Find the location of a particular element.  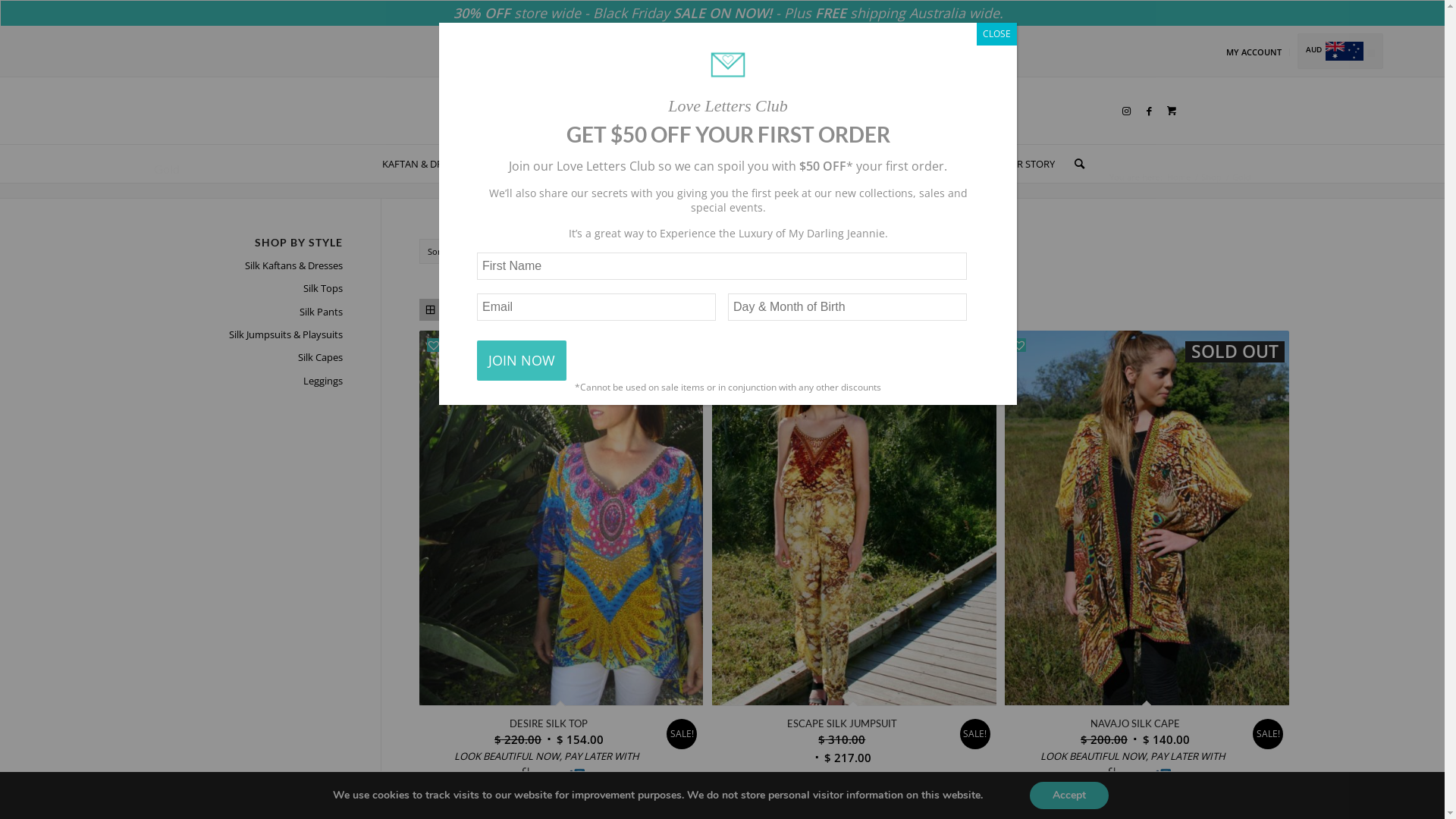

'JOIN NOW' is located at coordinates (521, 360).